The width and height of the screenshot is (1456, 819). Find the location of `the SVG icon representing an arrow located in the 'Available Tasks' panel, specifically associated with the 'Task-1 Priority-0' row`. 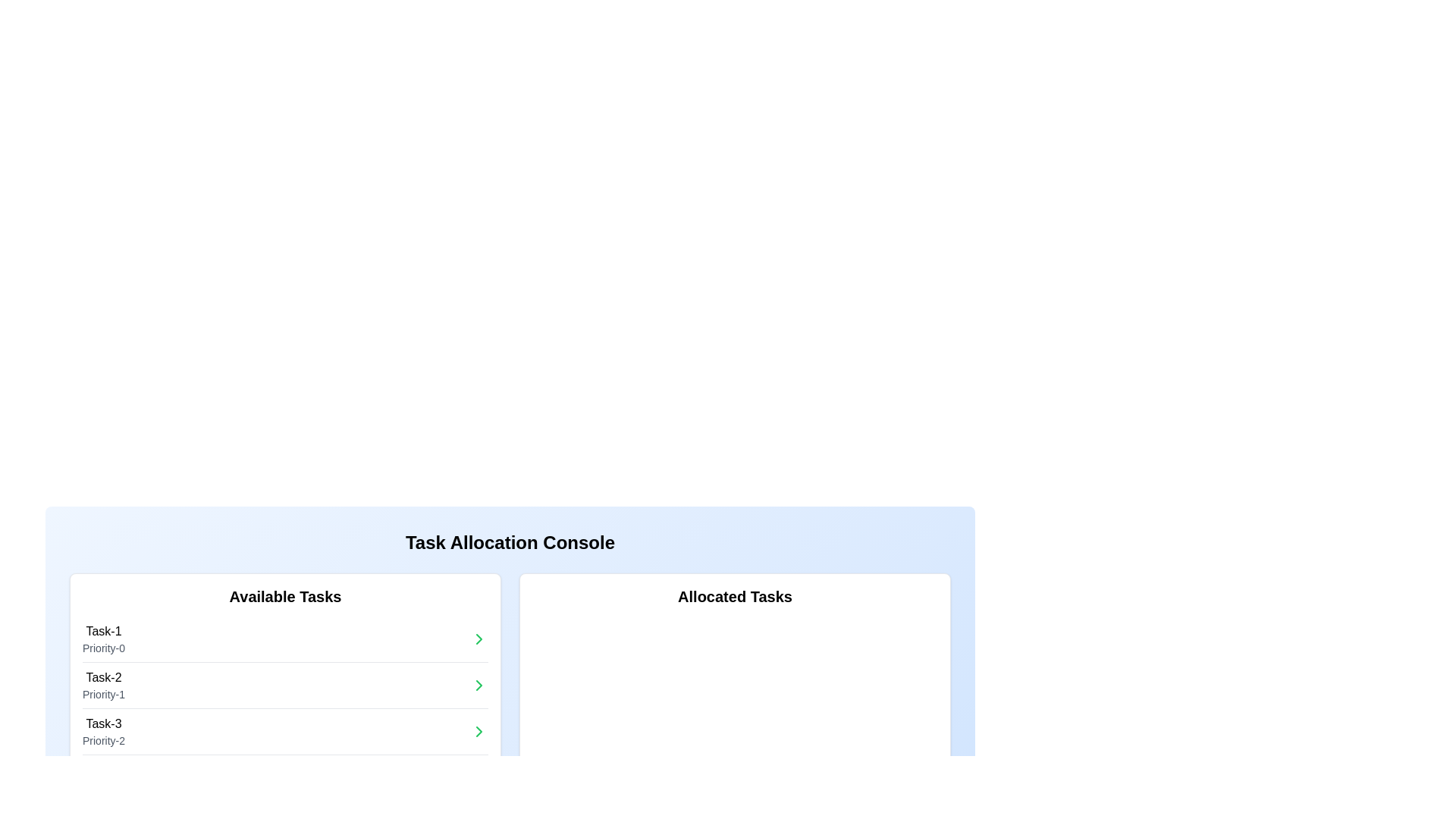

the SVG icon representing an arrow located in the 'Available Tasks' panel, specifically associated with the 'Task-1 Priority-0' row is located at coordinates (479, 639).